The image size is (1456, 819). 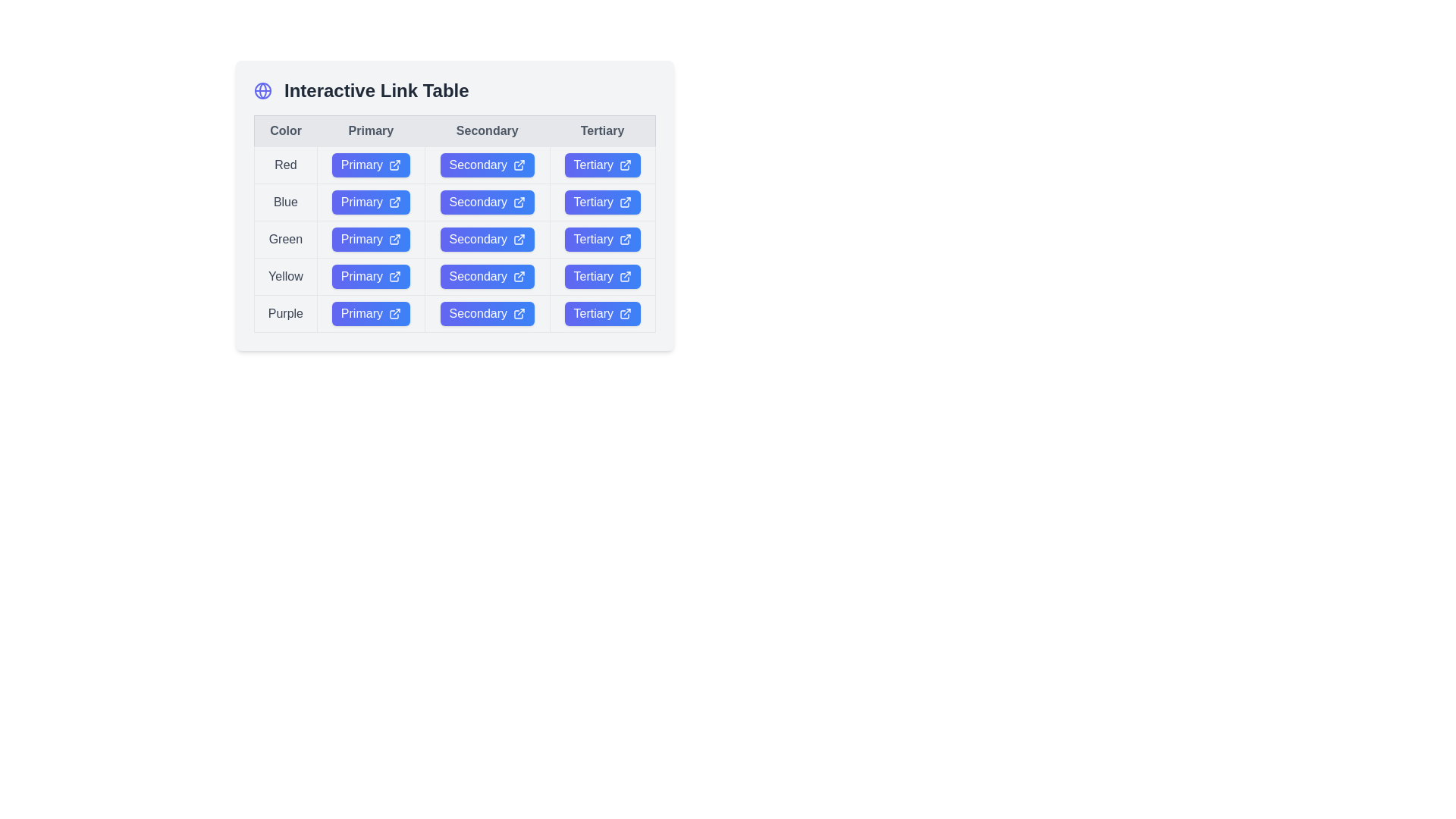 What do you see at coordinates (394, 201) in the screenshot?
I see `the external link icon located to the right of the text labeled 'Primary' in the second row of the table, which is styled with rounded edges and matches the button's color scheme` at bounding box center [394, 201].